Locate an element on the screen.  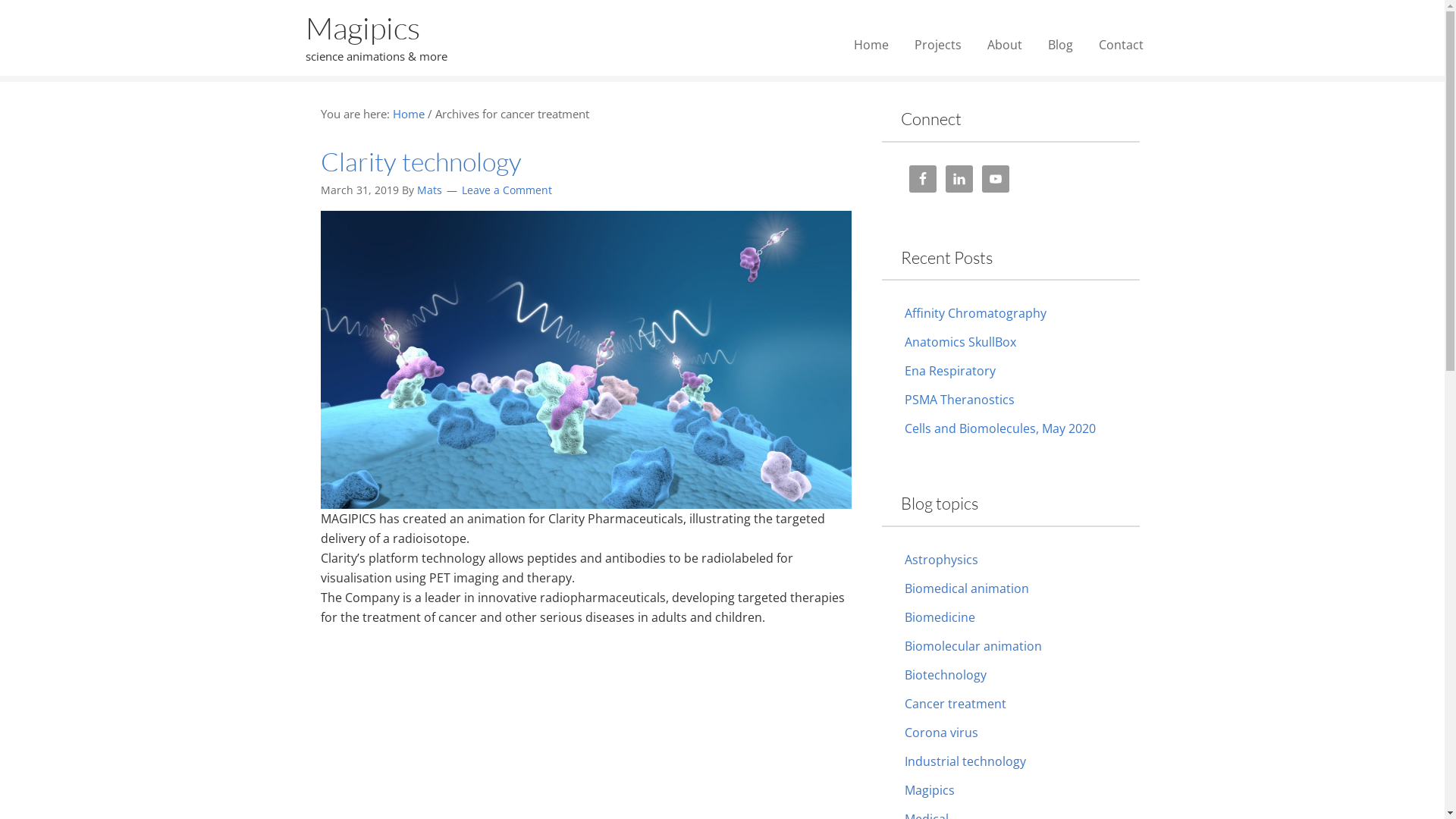
'Biomolecular animation' is located at coordinates (972, 645).